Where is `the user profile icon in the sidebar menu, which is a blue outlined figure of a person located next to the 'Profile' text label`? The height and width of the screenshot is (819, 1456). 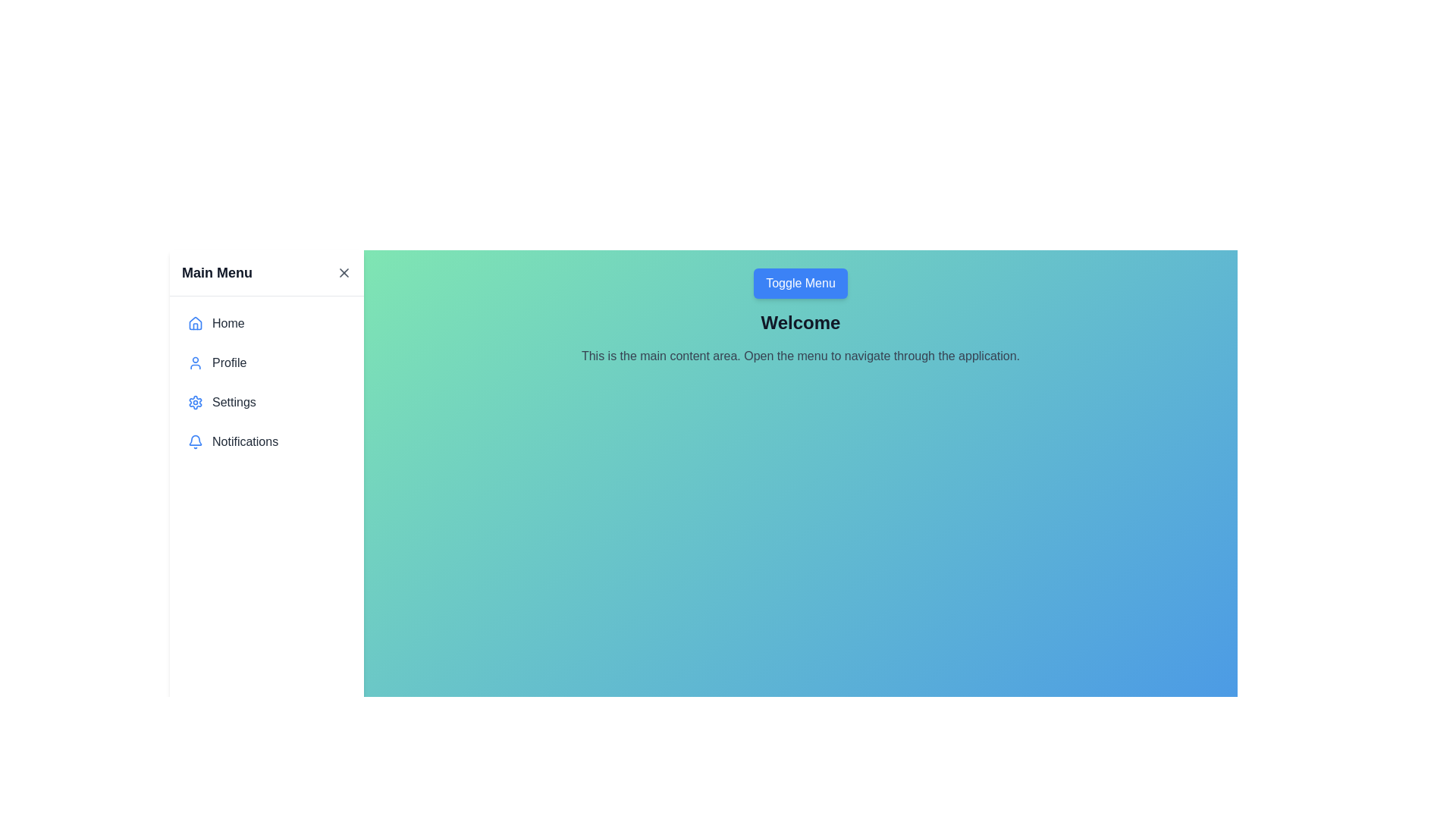 the user profile icon in the sidebar menu, which is a blue outlined figure of a person located next to the 'Profile' text label is located at coordinates (195, 362).